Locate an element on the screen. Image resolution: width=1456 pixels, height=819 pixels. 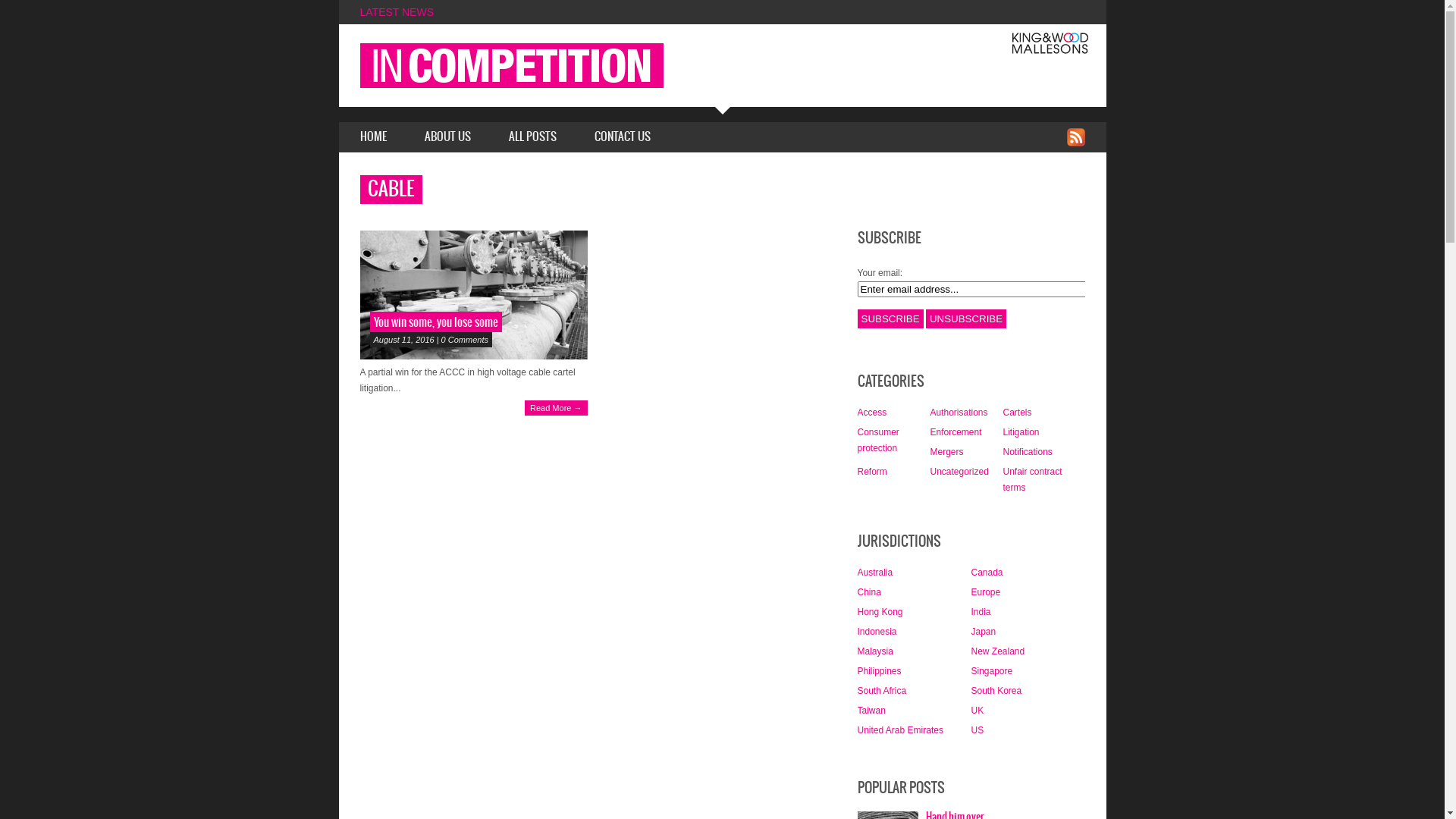
'Uncategorized' is located at coordinates (958, 470).